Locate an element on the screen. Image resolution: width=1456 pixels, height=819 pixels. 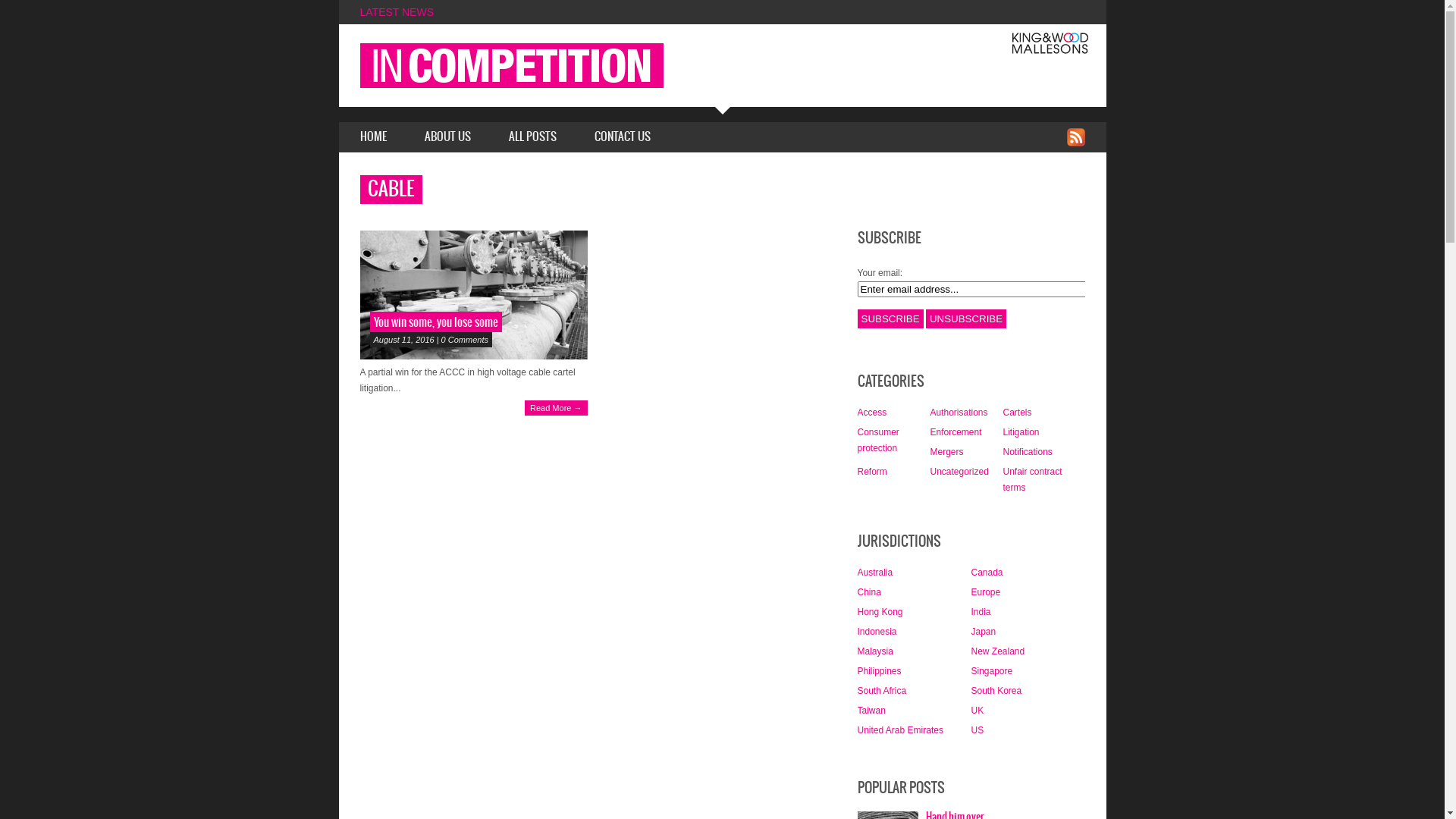
'Uncategorized' is located at coordinates (958, 470).